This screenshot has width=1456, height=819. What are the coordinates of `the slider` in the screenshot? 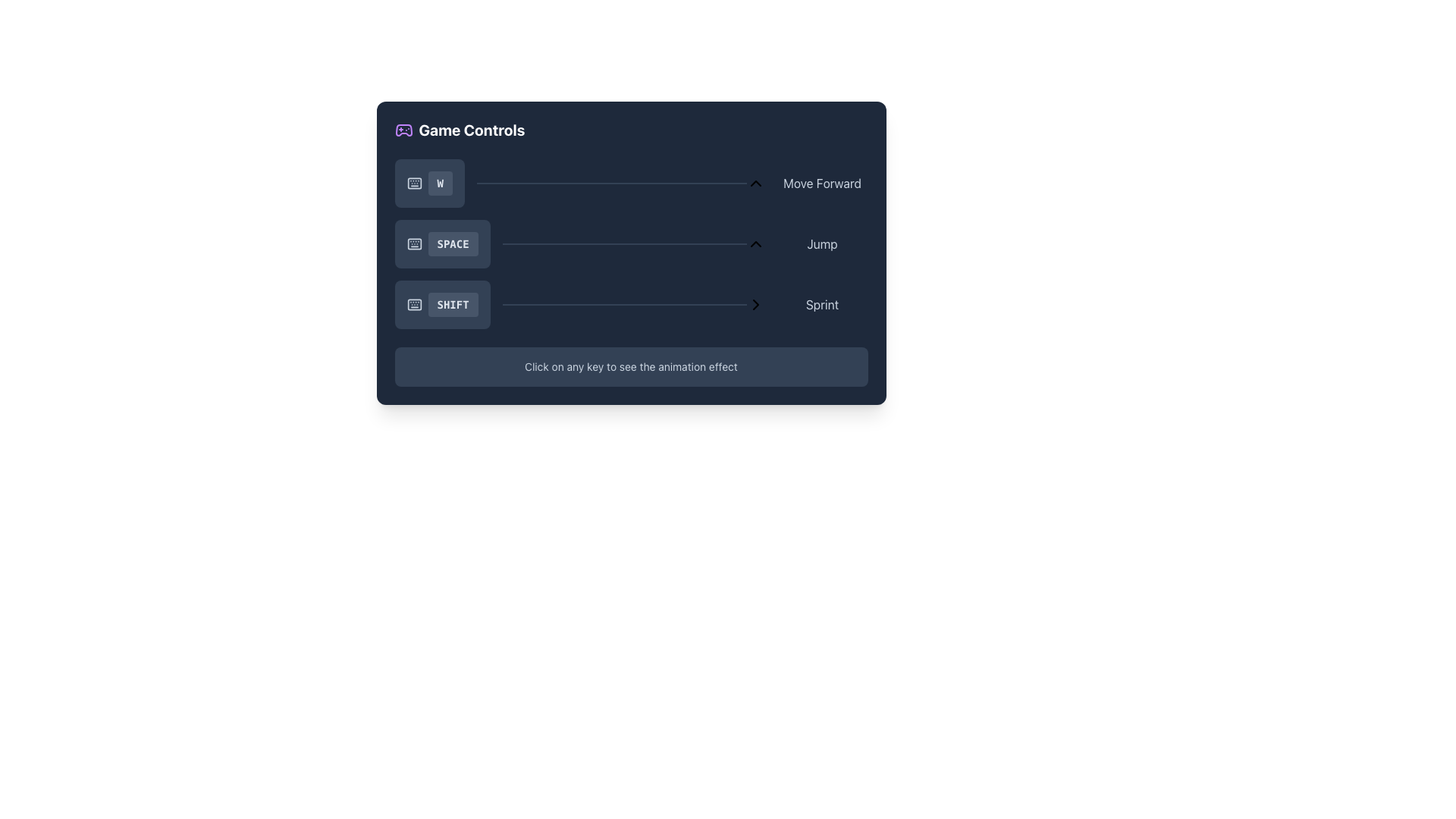 It's located at (738, 183).